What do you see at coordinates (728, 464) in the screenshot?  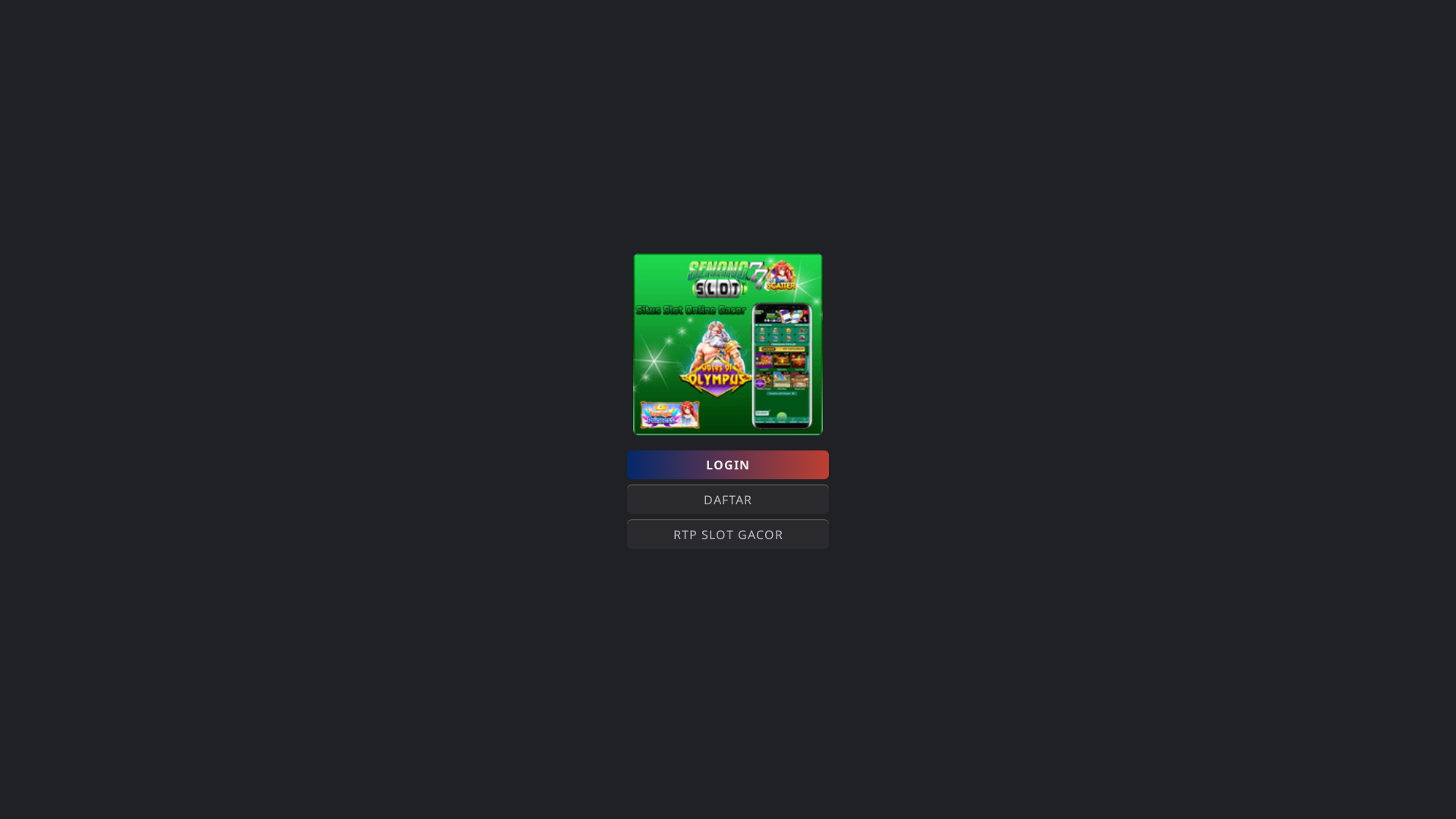 I see `'LOGIN'` at bounding box center [728, 464].